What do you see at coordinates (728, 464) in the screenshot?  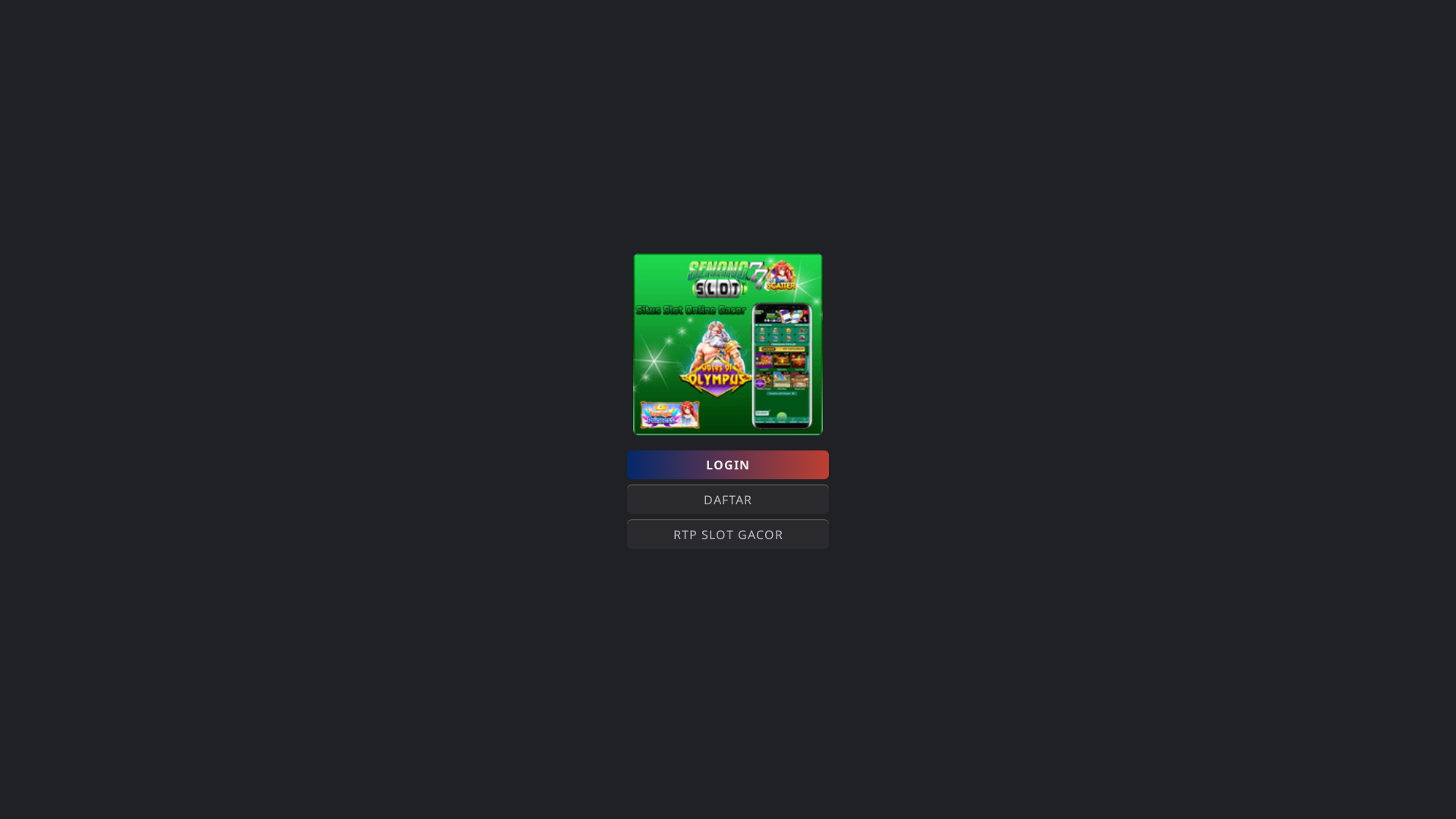 I see `'LOGIN'` at bounding box center [728, 464].